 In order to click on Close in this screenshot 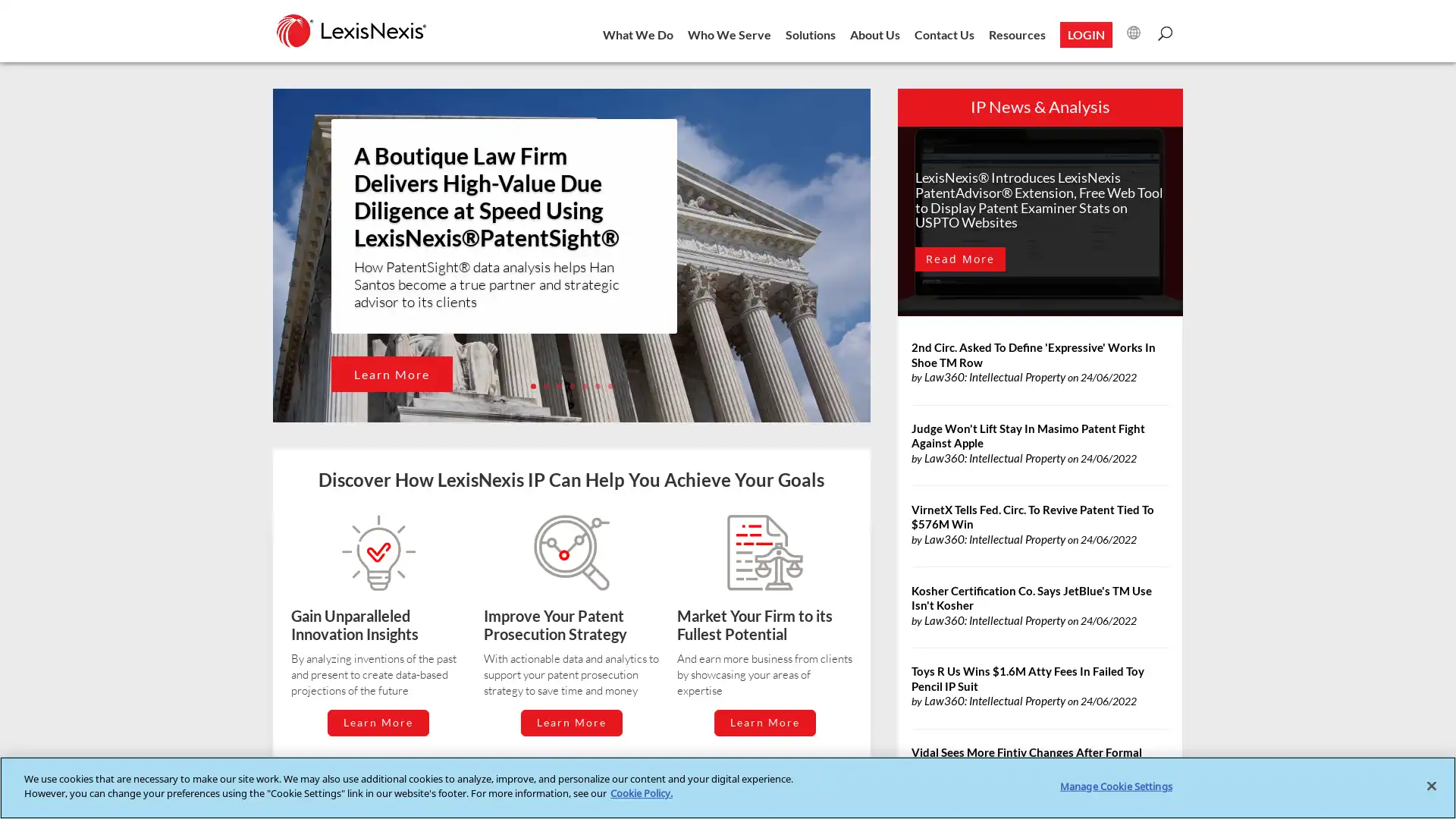, I will do `click(924, 166)`.